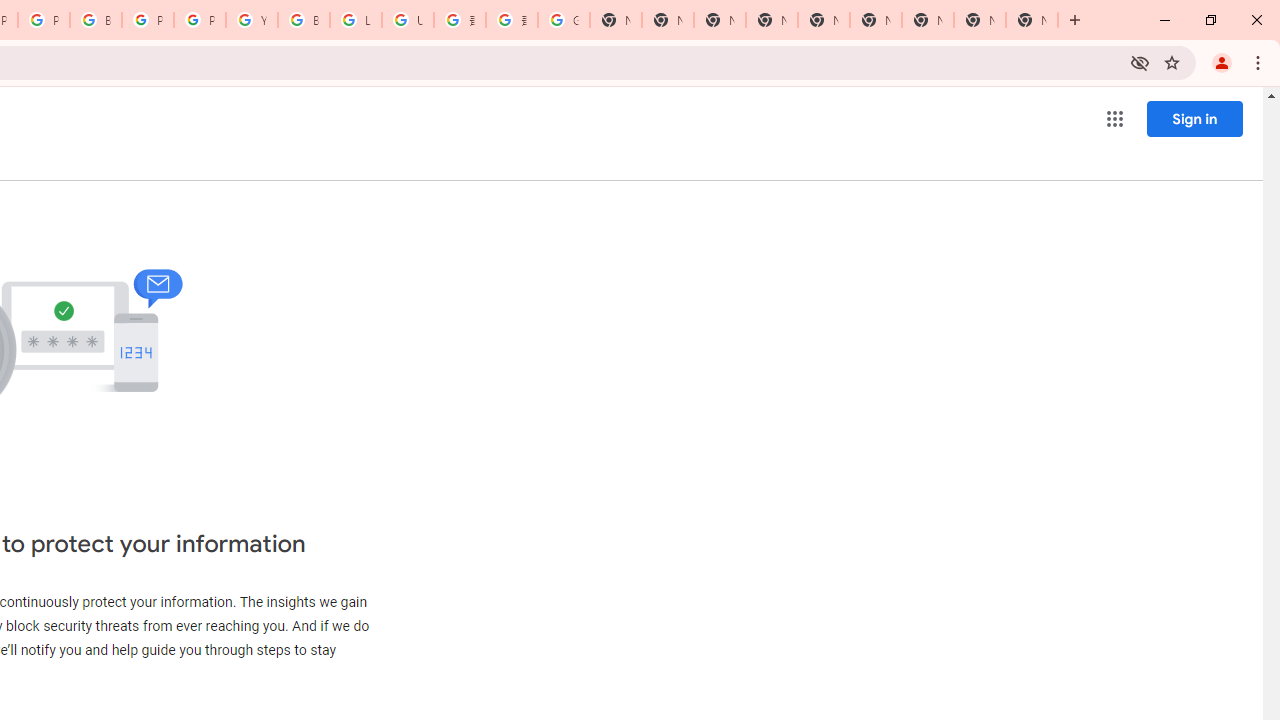  Describe the element at coordinates (562, 20) in the screenshot. I see `'Google Images'` at that location.